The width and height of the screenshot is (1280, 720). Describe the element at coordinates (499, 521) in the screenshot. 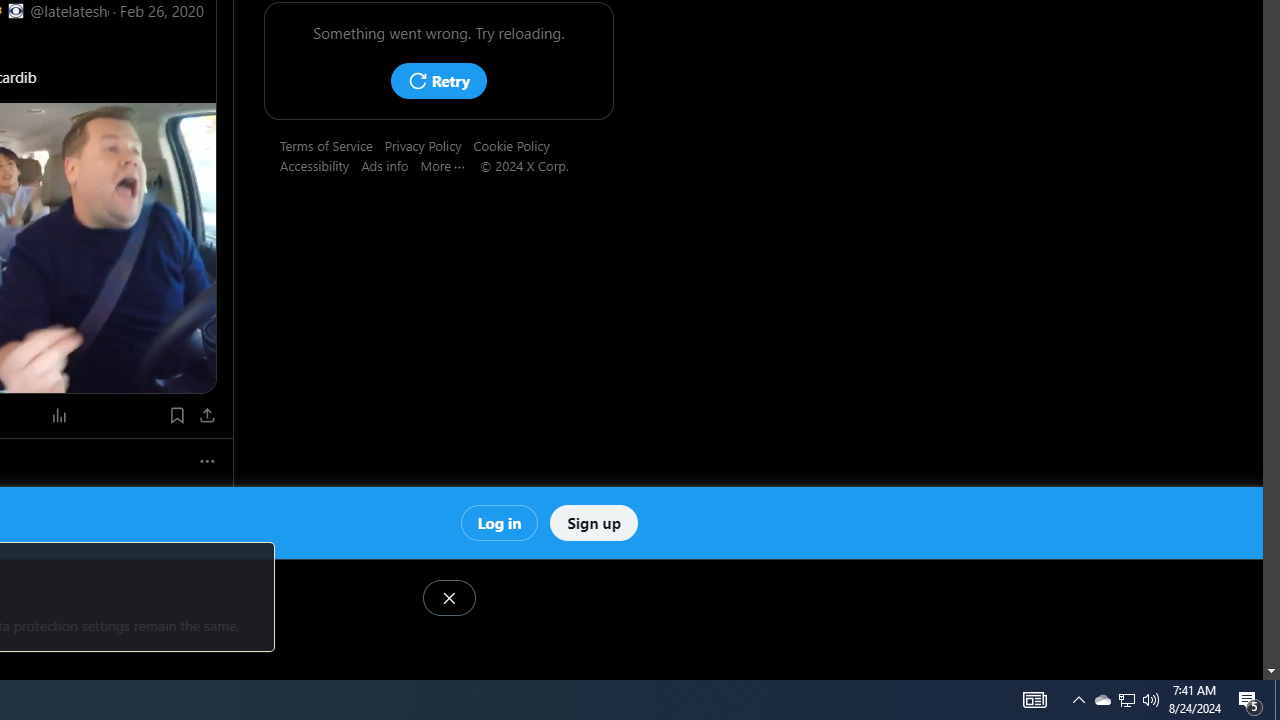

I see `'Log in'` at that location.